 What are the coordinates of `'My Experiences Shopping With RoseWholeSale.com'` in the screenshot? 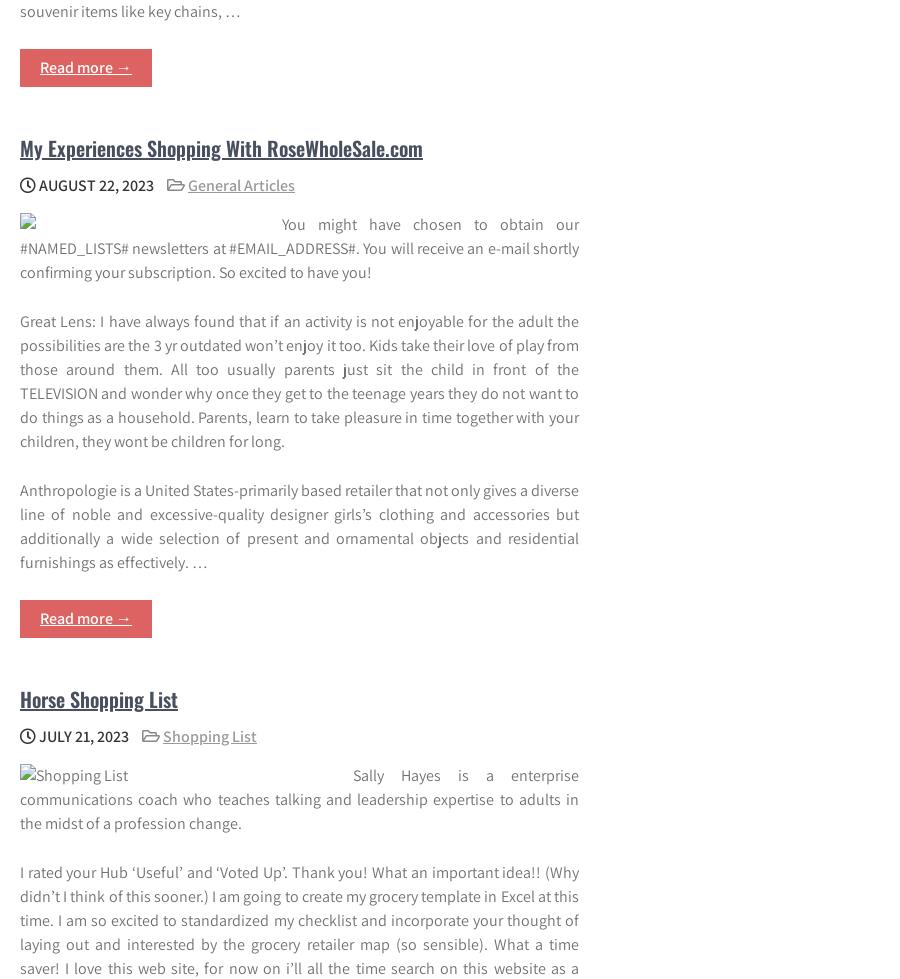 It's located at (221, 147).